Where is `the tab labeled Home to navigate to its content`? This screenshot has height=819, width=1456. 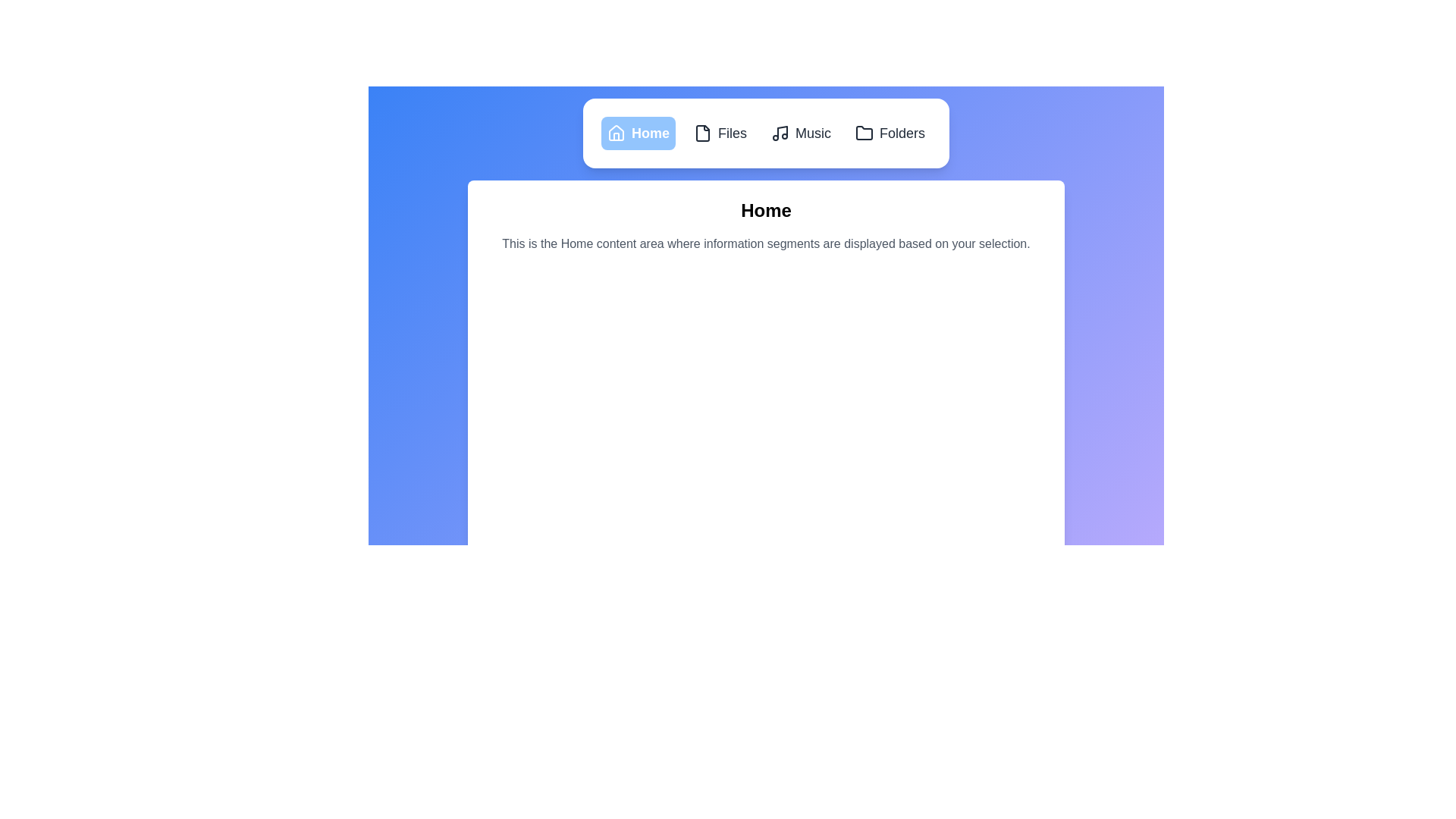 the tab labeled Home to navigate to its content is located at coordinates (638, 133).